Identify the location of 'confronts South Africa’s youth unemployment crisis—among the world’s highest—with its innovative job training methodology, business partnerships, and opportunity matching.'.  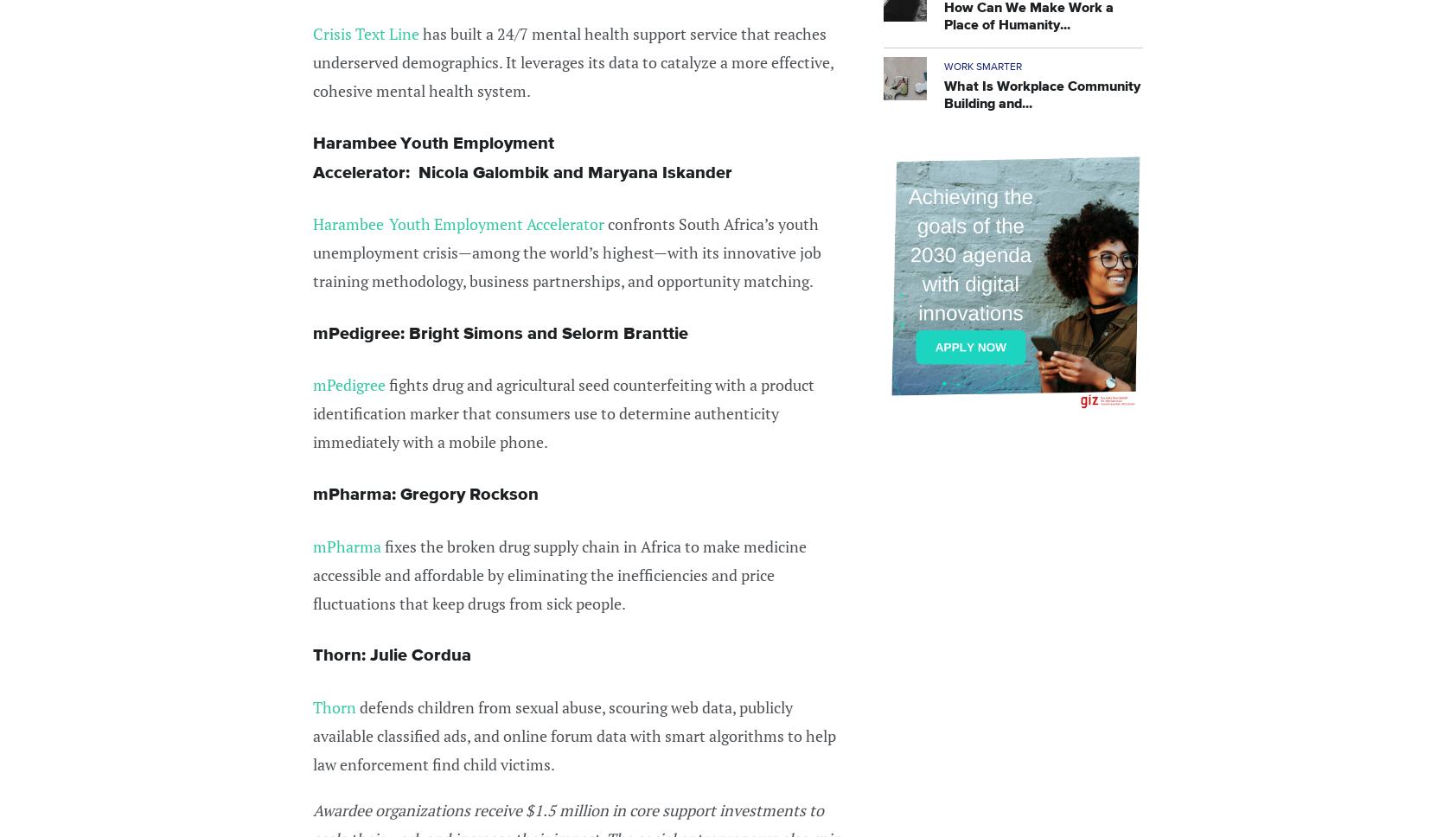
(566, 252).